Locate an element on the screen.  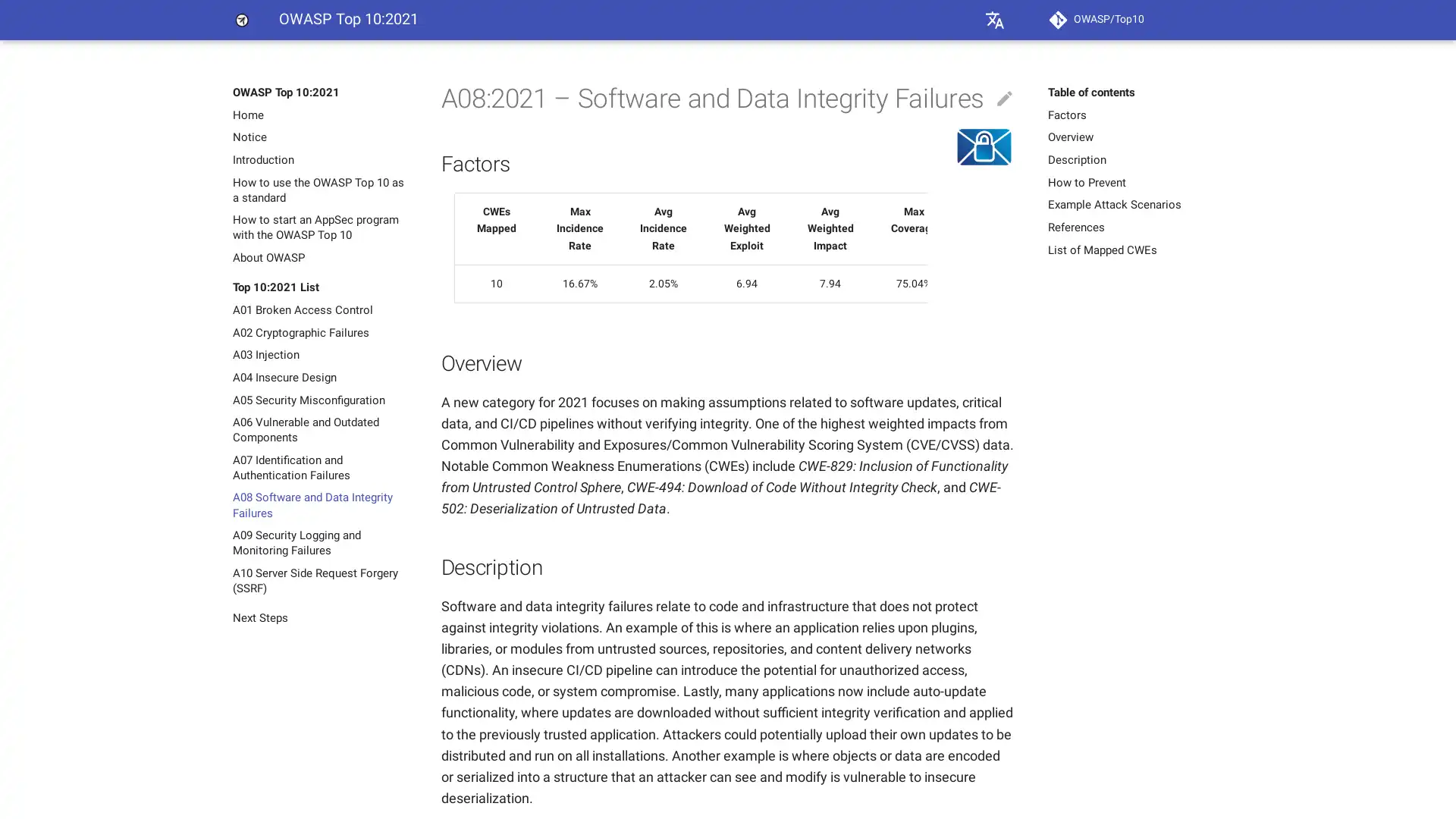
Select language is located at coordinates (994, 20).